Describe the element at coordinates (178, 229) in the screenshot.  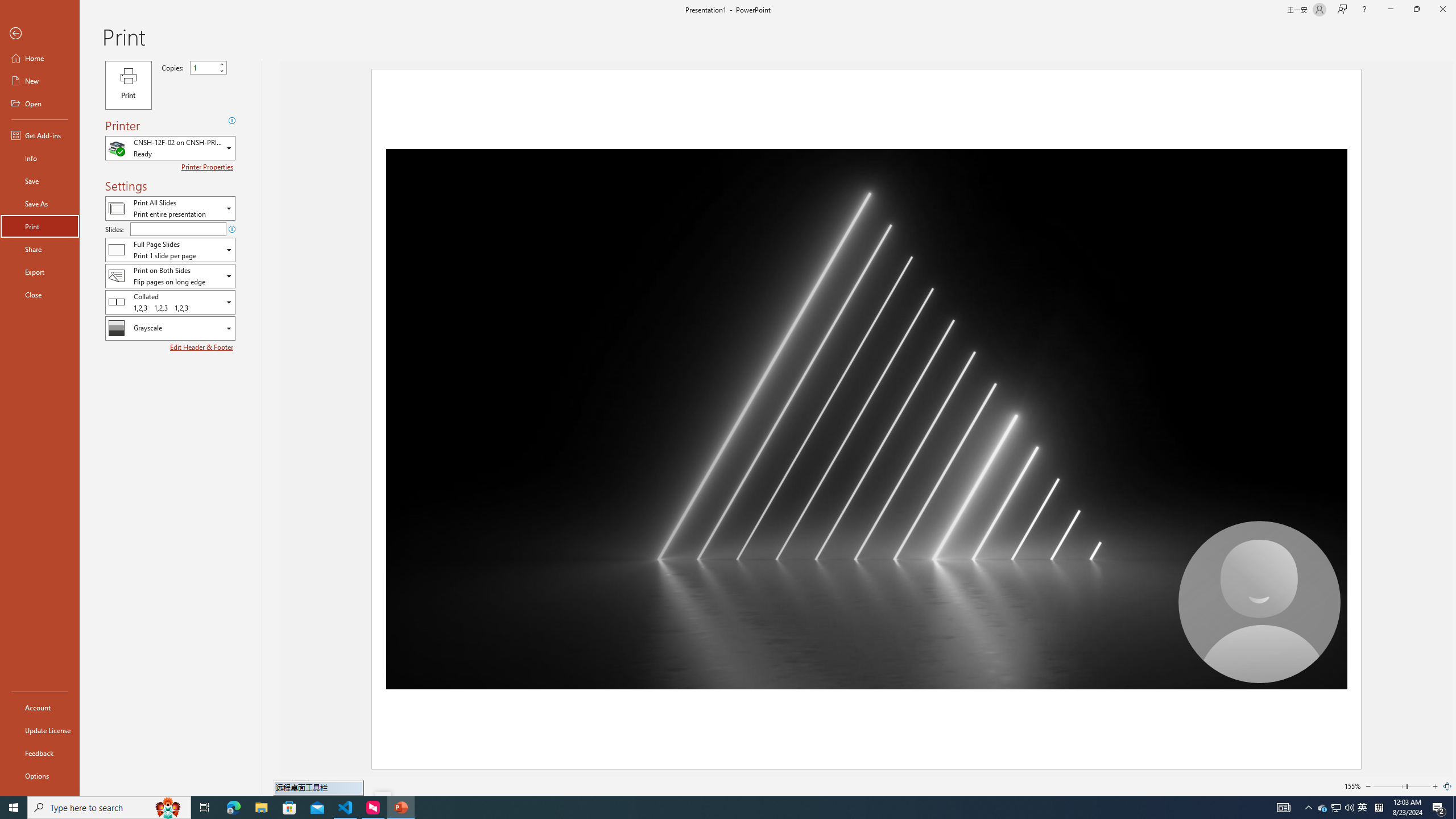
I see `'Slides'` at that location.